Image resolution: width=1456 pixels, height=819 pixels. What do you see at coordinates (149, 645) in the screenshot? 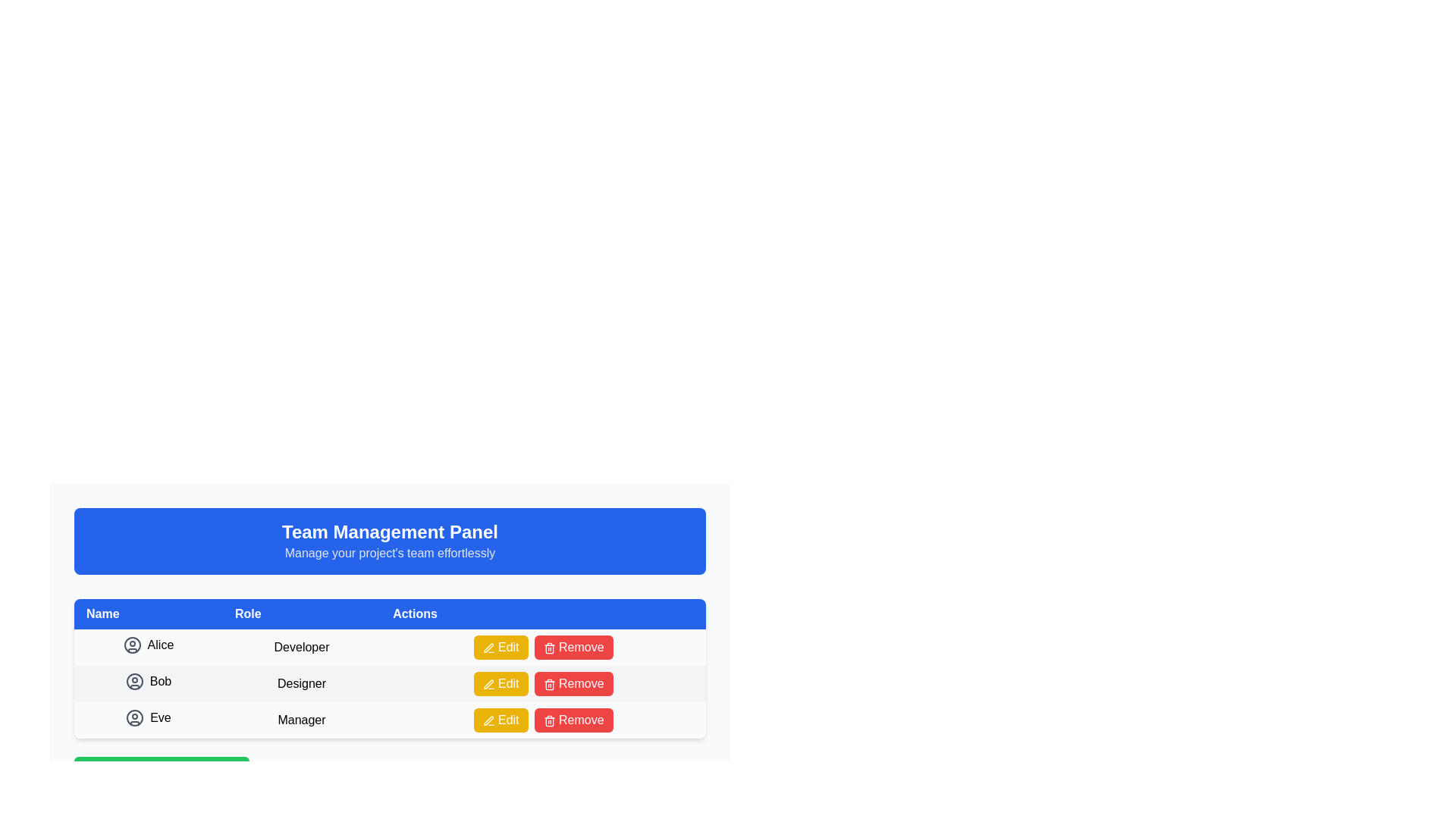
I see `the Inline-flex element displaying user information for 'Alice', which contains the user profile icon and text` at bounding box center [149, 645].